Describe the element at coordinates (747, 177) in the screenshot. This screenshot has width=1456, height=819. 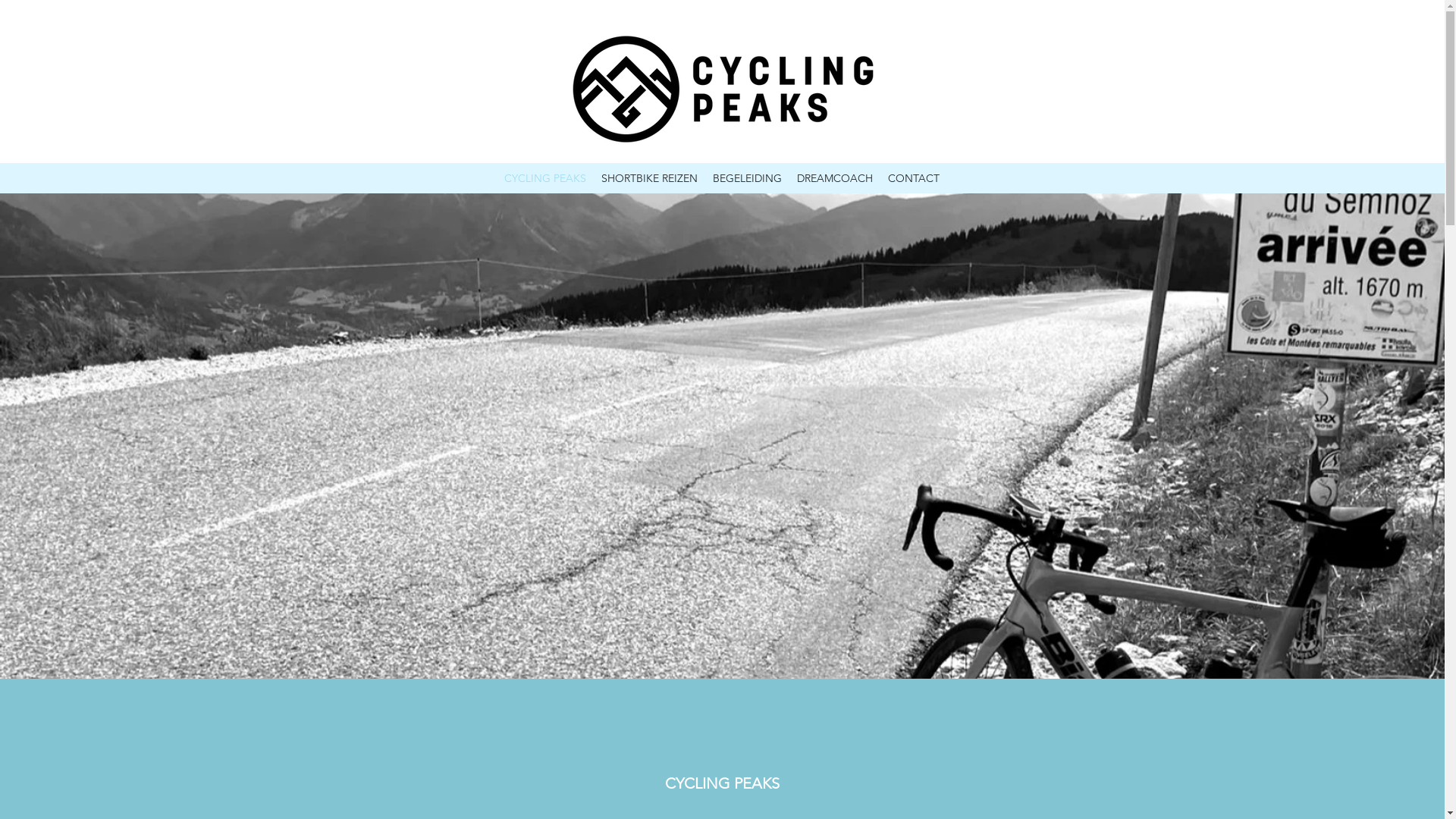
I see `'BEGELEIDING'` at that location.